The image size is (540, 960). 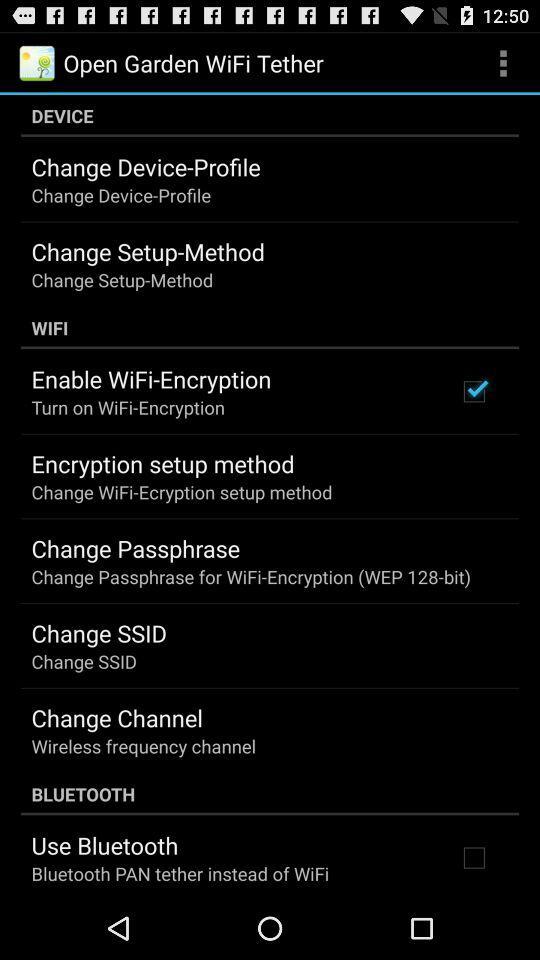 I want to click on the app below change ssid item, so click(x=117, y=717).